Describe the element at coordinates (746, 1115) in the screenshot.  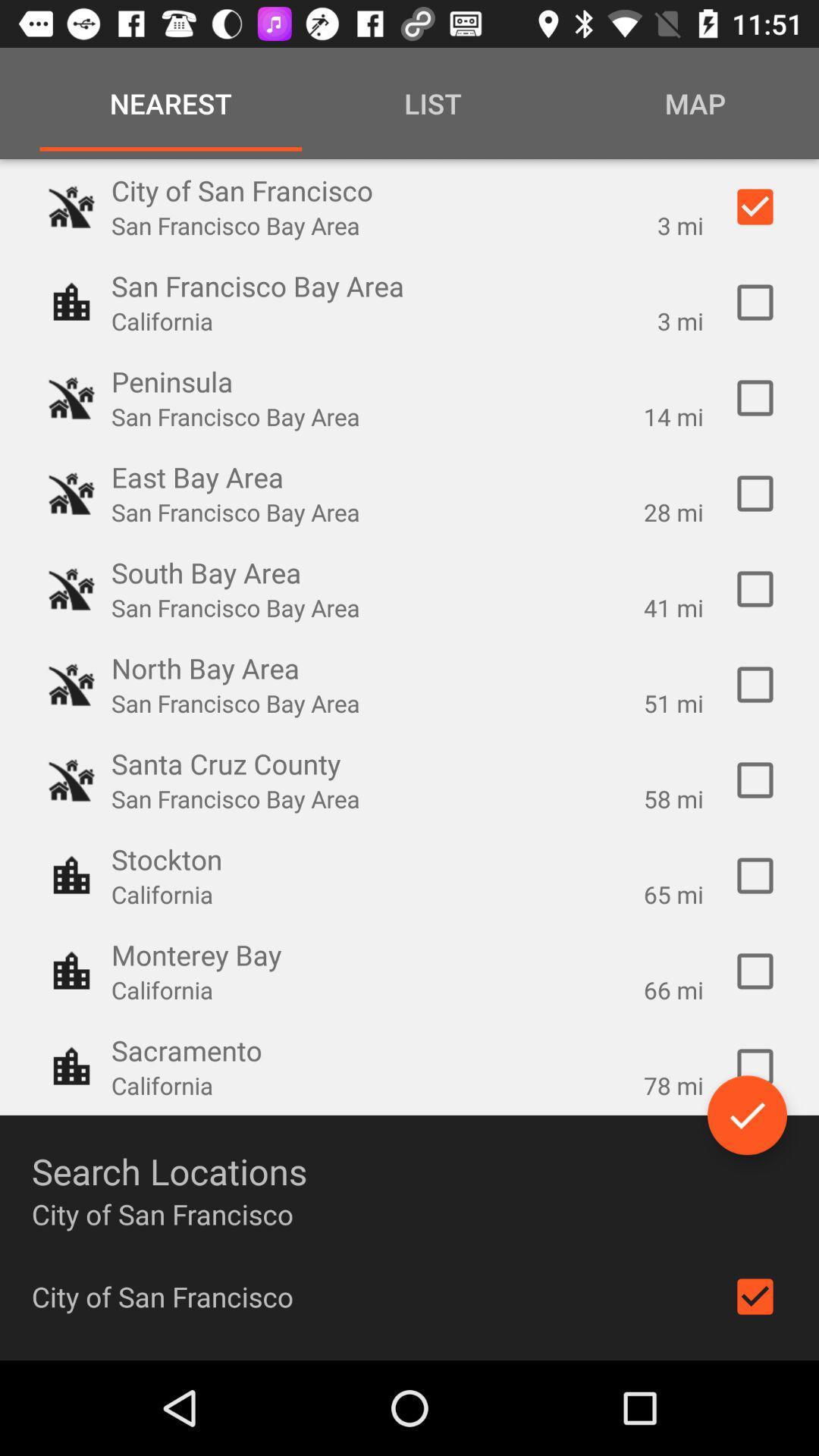
I see `the approve option below` at that location.